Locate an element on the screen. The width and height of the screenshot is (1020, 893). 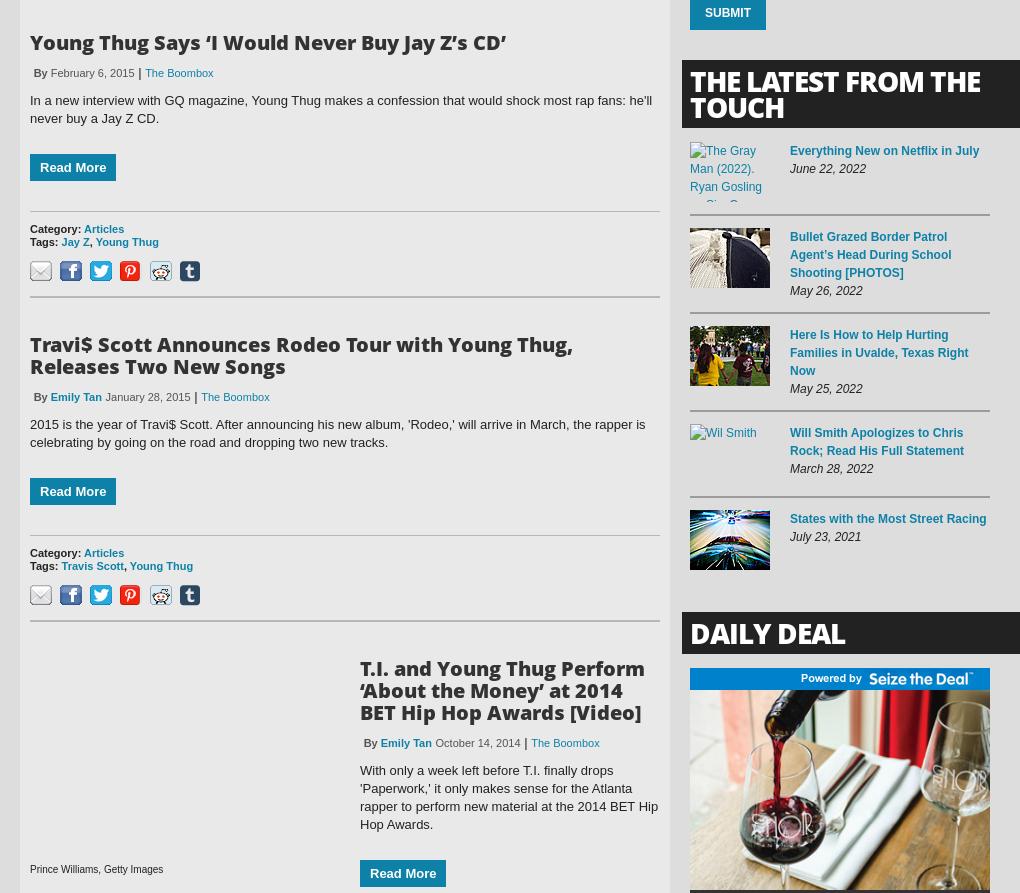
'The Latest From The Touch' is located at coordinates (834, 94).